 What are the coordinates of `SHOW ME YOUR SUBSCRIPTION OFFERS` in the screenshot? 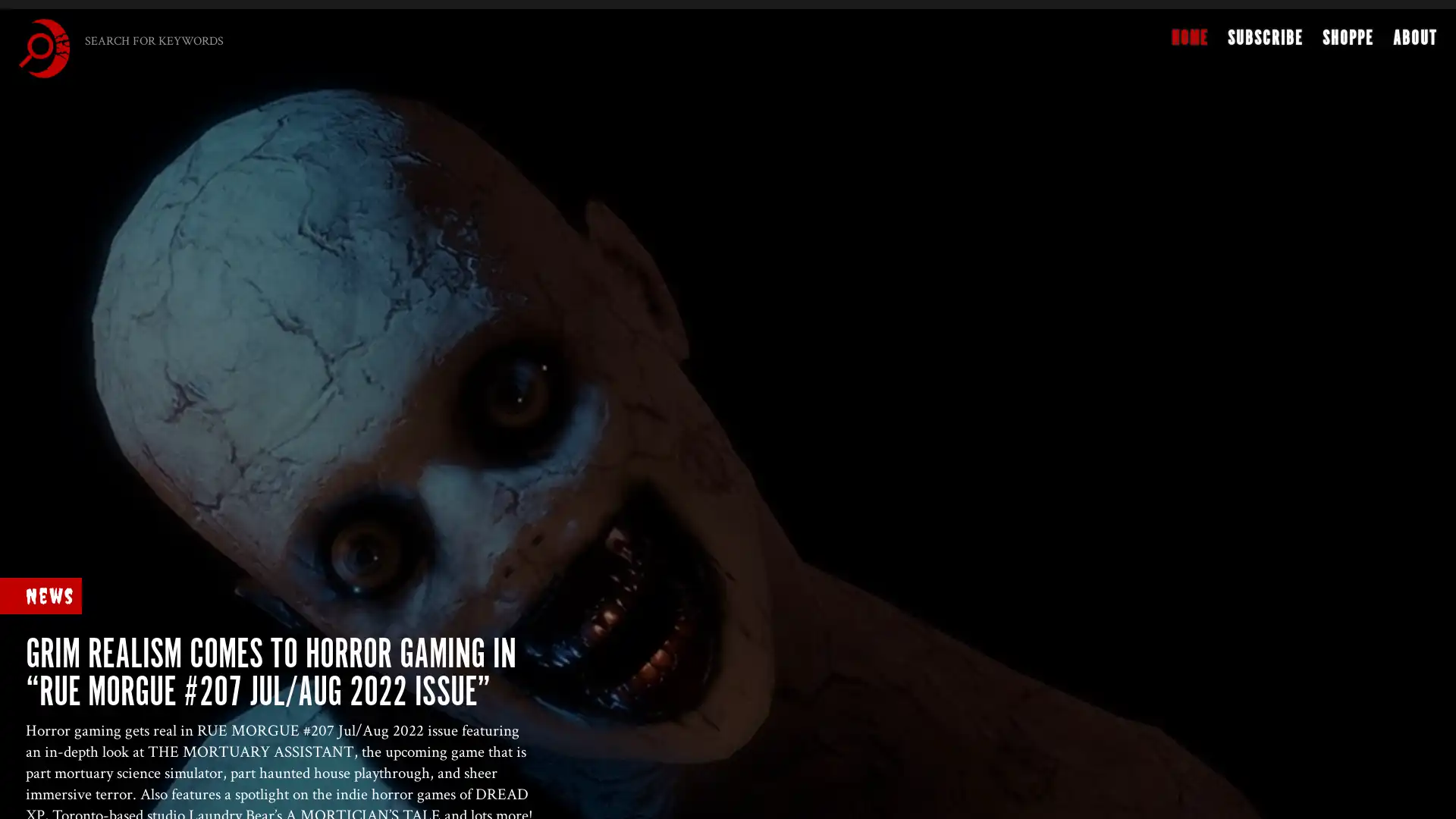 It's located at (638, 366).